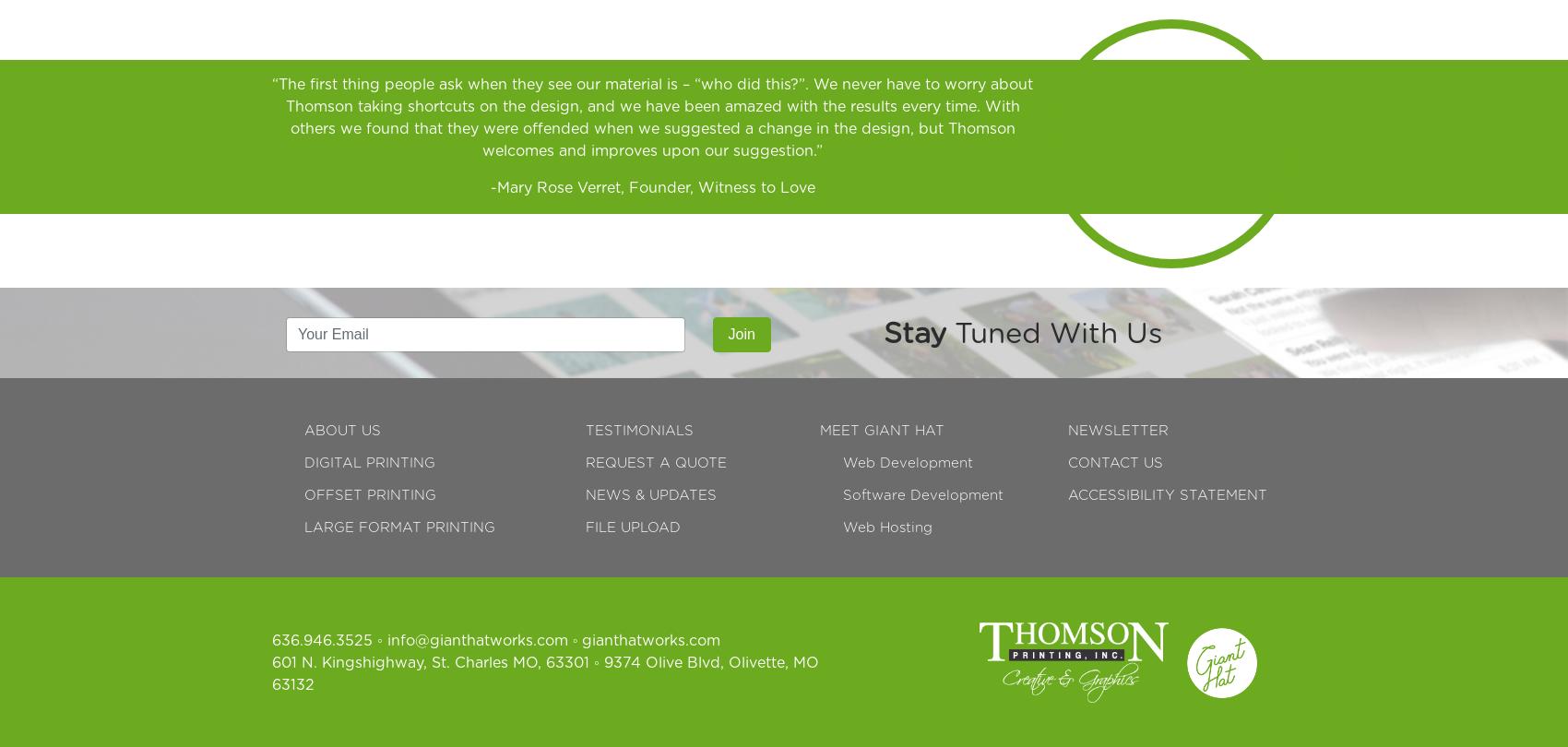 The image size is (1568, 747). What do you see at coordinates (321, 639) in the screenshot?
I see `'636.946.3525'` at bounding box center [321, 639].